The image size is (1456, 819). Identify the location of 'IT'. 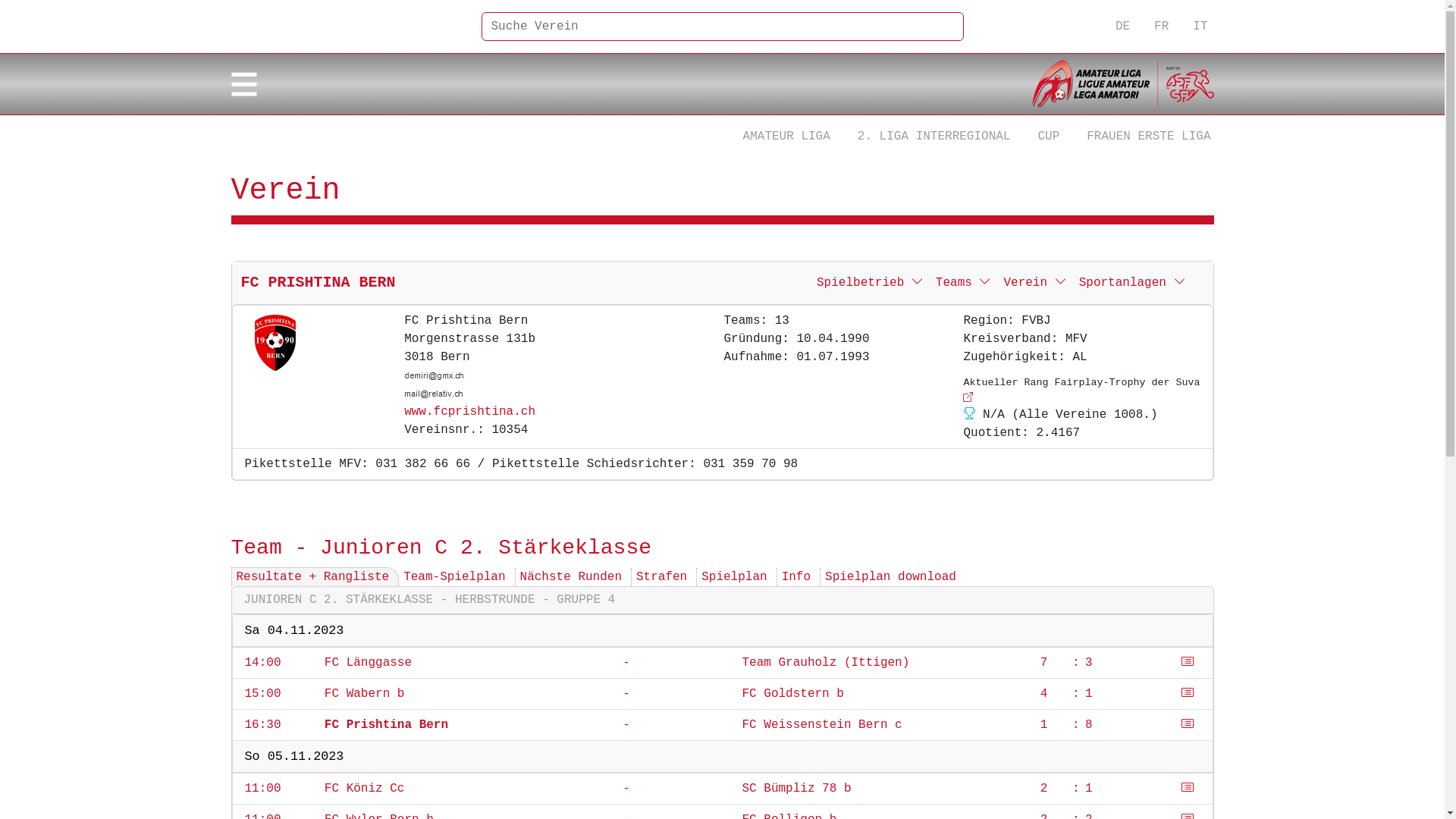
(1199, 26).